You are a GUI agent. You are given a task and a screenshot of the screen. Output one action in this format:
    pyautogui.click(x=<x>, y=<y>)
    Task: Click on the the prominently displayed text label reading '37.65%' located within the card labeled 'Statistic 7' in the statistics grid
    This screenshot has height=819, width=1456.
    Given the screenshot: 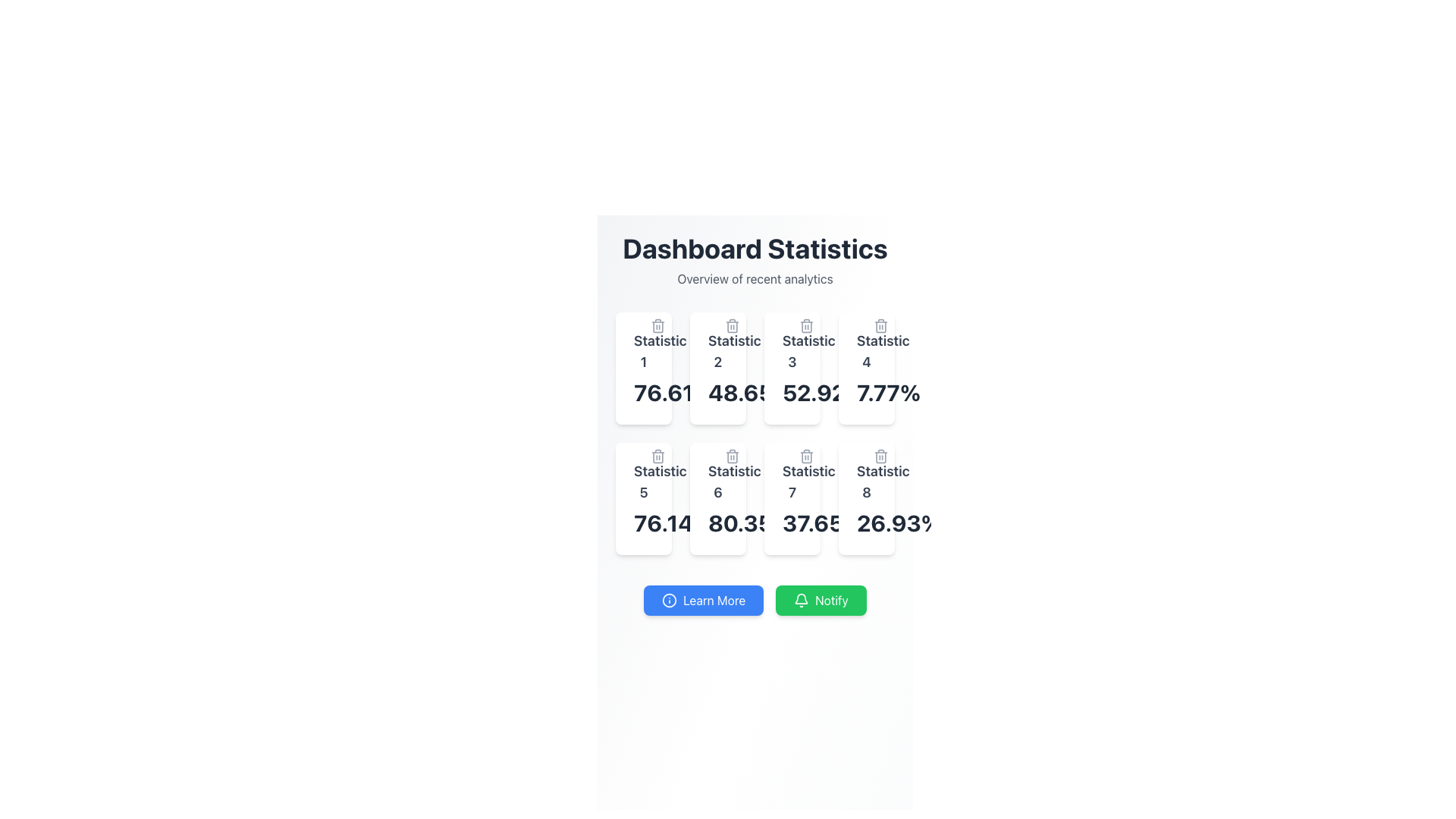 What is the action you would take?
    pyautogui.click(x=792, y=522)
    